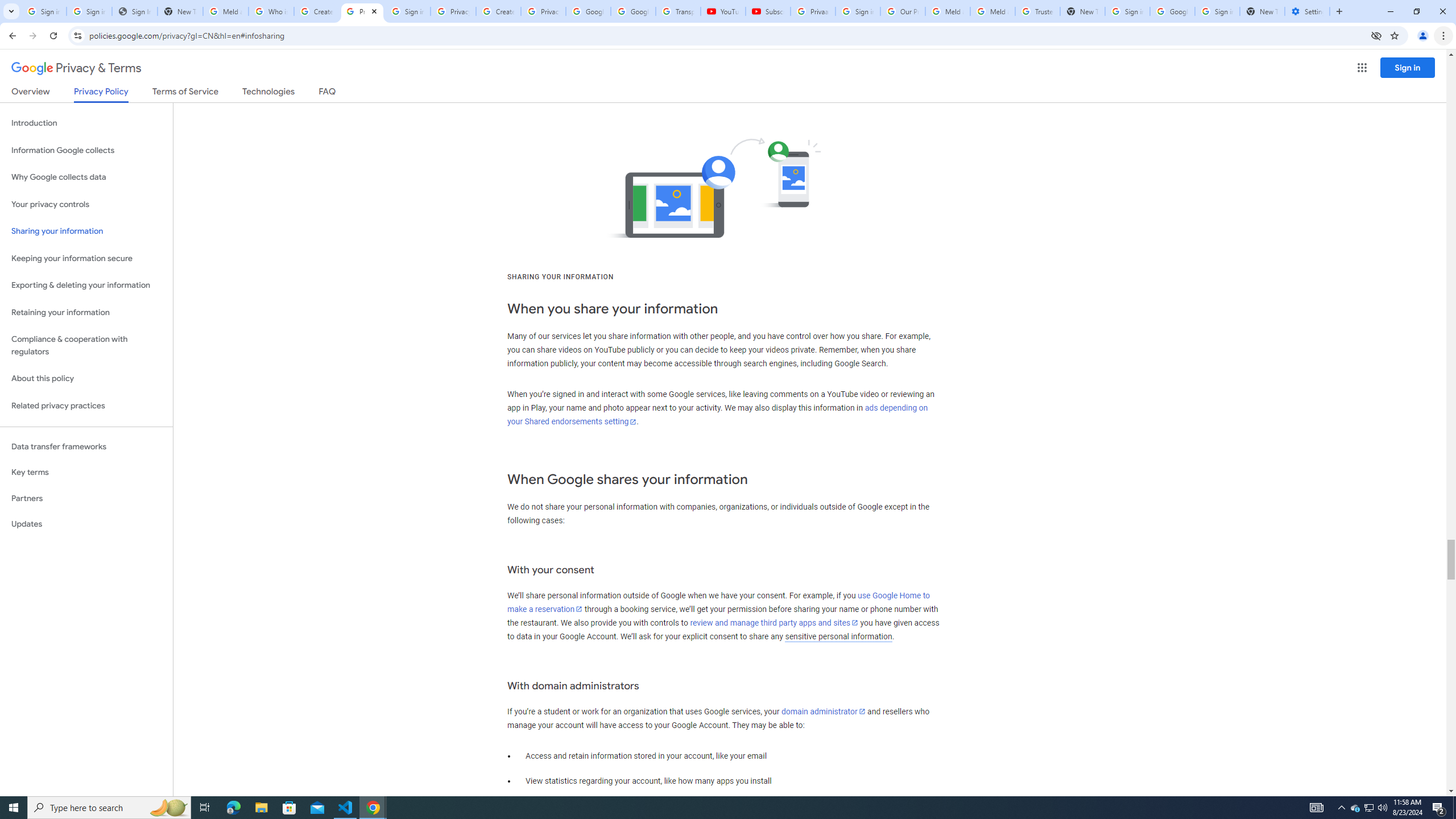 This screenshot has width=1456, height=819. What do you see at coordinates (134, 11) in the screenshot?
I see `'Sign In - USA TODAY'` at bounding box center [134, 11].